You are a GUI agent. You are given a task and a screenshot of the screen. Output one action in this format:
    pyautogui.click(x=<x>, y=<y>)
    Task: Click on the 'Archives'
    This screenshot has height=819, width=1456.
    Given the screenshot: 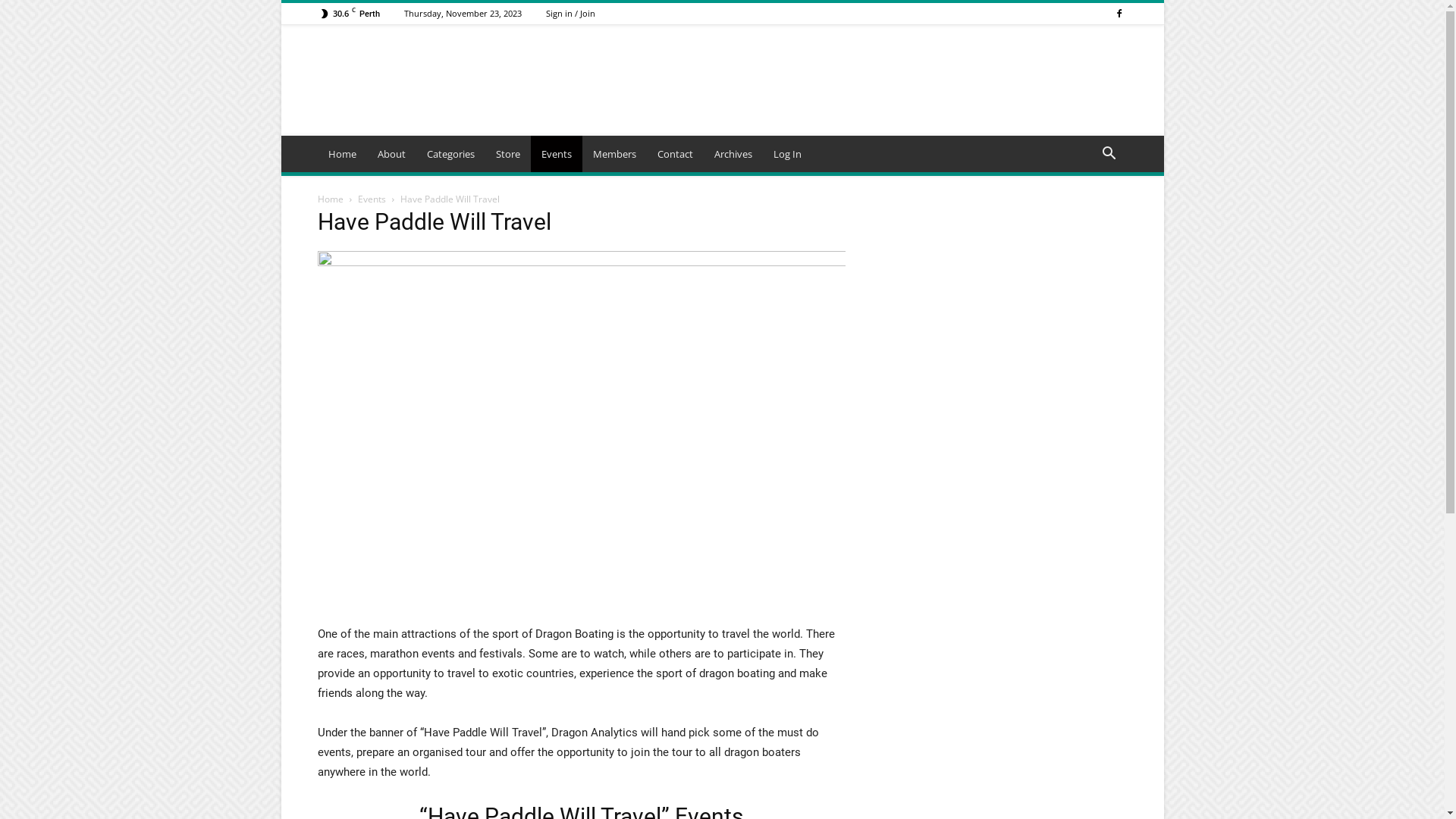 What is the action you would take?
    pyautogui.click(x=733, y=154)
    